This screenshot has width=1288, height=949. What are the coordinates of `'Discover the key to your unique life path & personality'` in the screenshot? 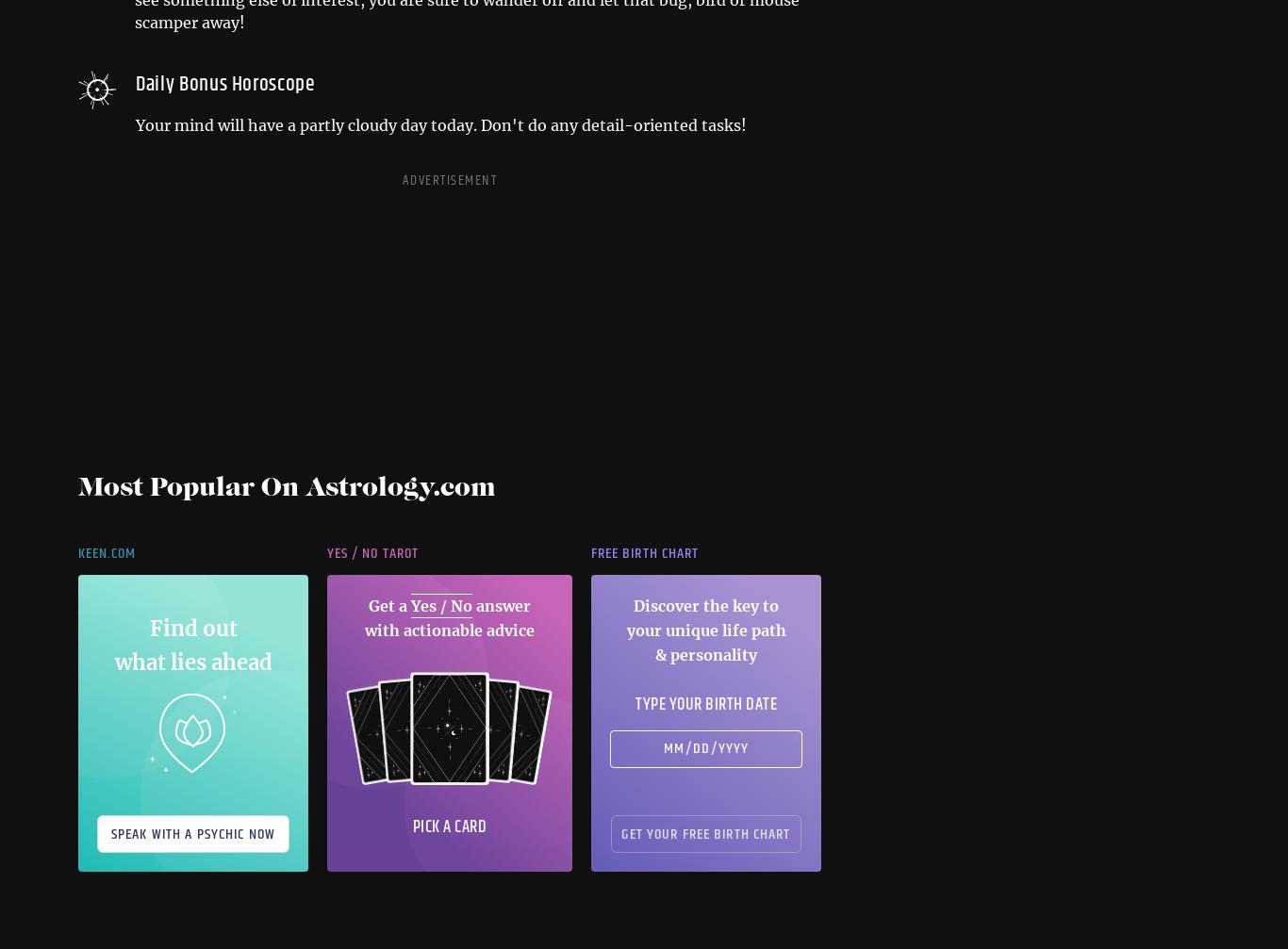 It's located at (705, 629).